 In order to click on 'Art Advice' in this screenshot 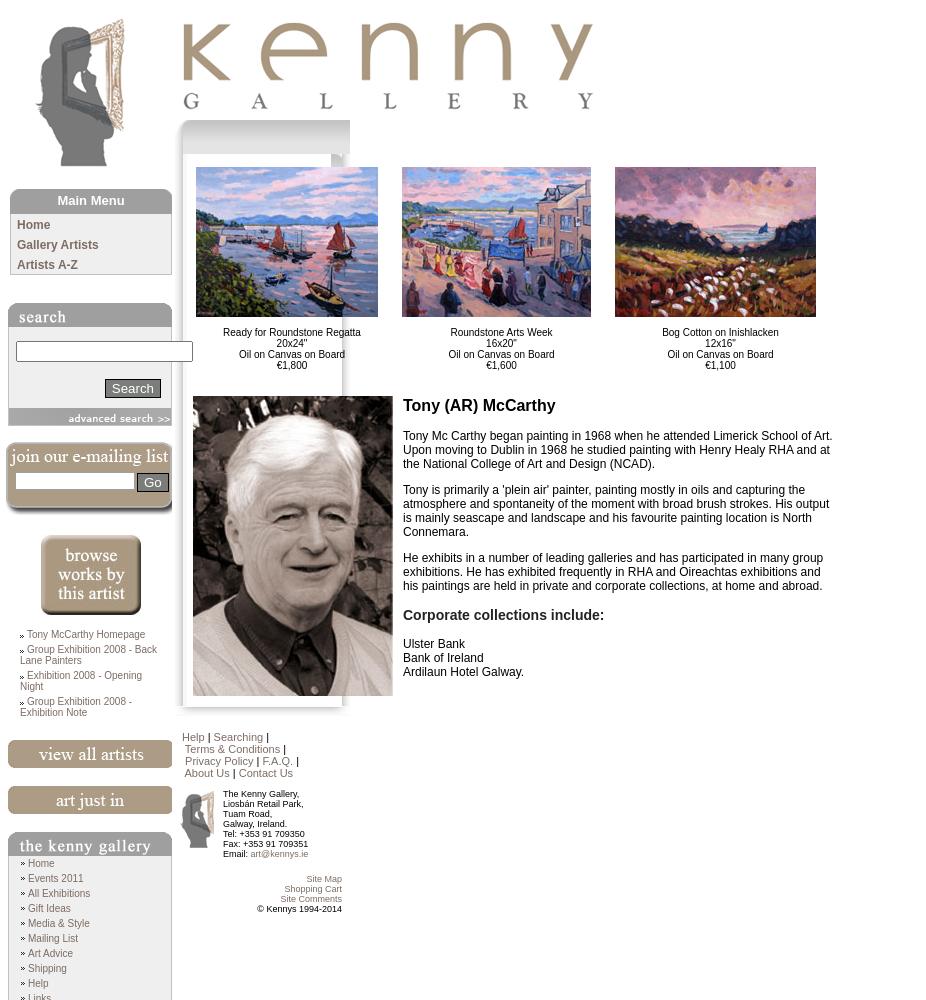, I will do `click(26, 952)`.